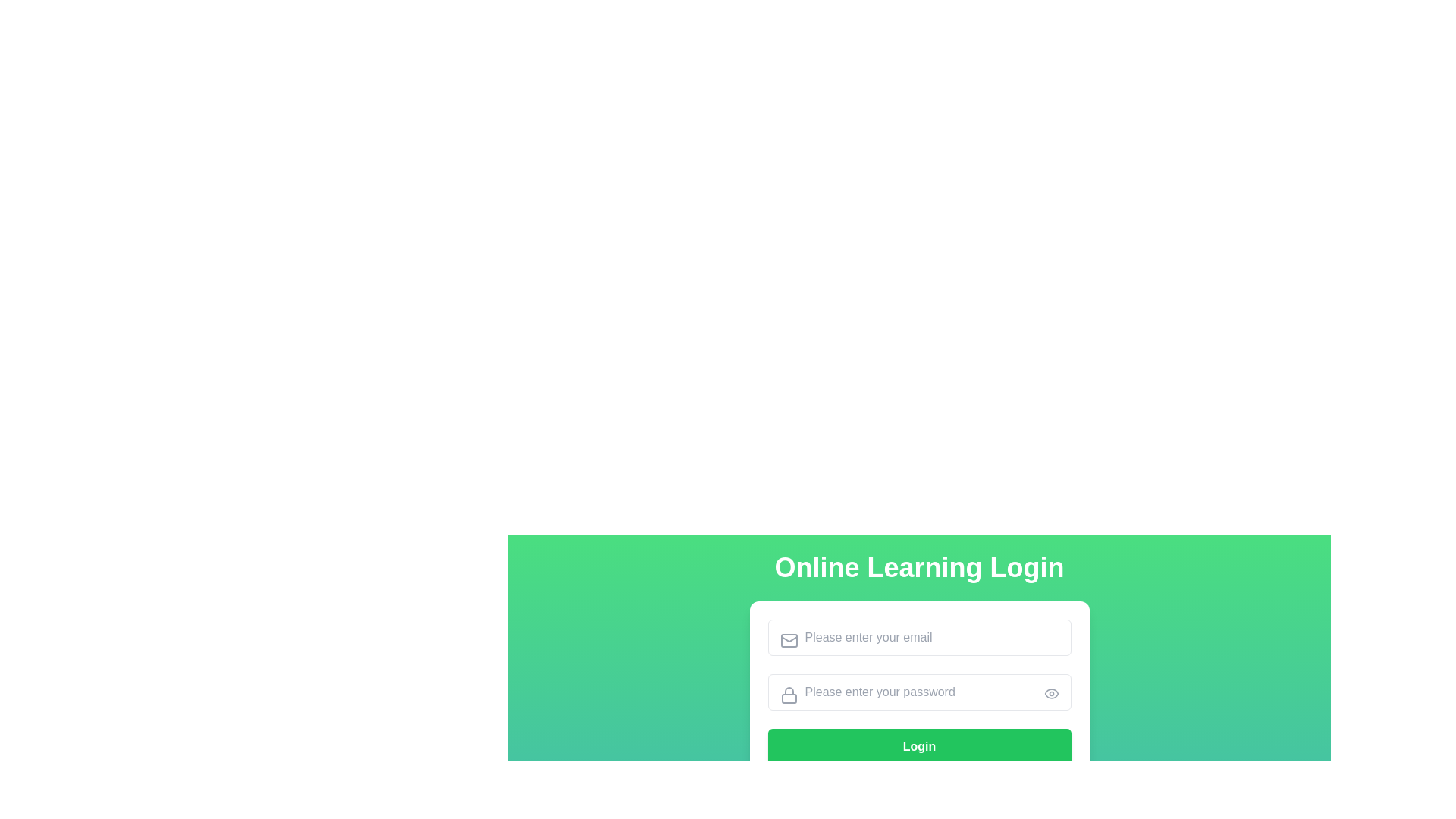 This screenshot has width=1456, height=819. I want to click on the bold and large white text displaying 'Online Learning Login' located at the top of the central login section, above the login input form, so click(918, 567).